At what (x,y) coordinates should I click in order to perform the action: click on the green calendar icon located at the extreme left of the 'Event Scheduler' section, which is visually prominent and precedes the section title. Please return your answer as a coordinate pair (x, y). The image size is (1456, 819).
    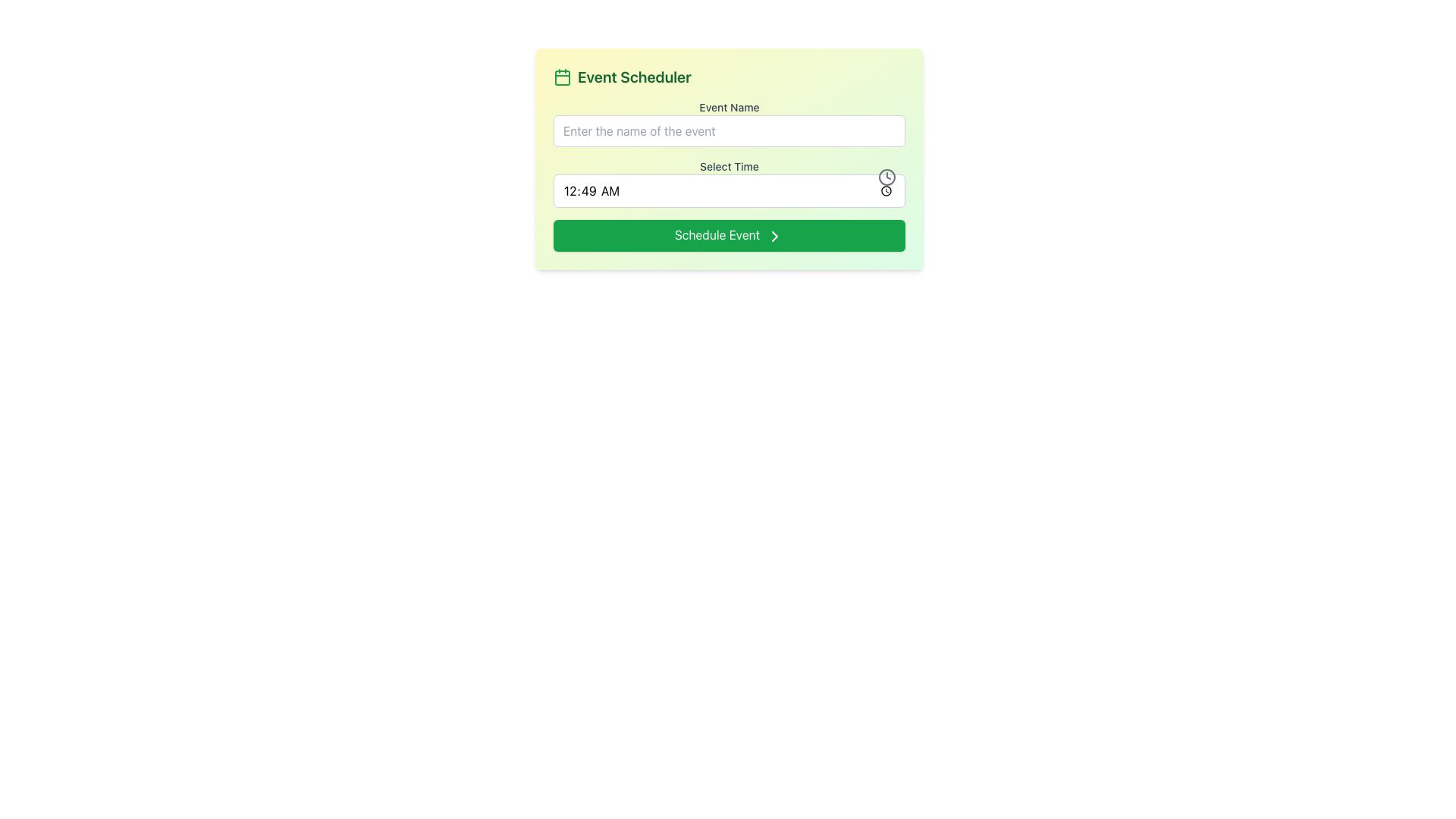
    Looking at the image, I should click on (562, 77).